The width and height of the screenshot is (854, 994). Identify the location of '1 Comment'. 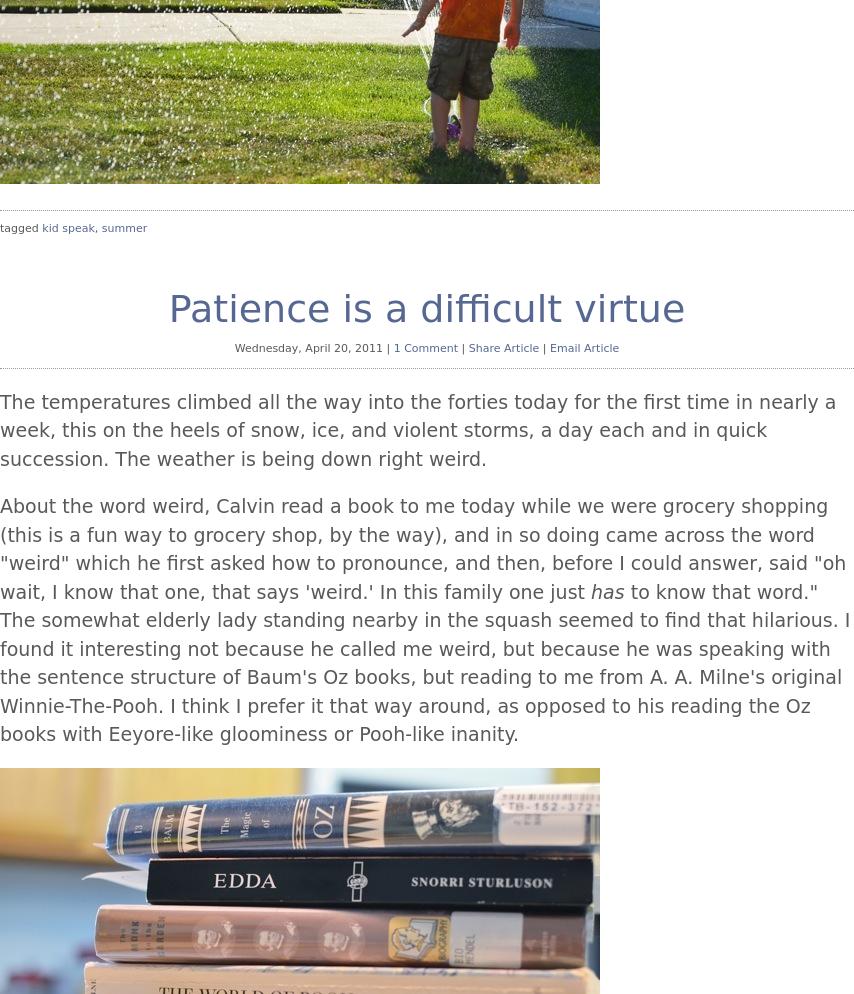
(425, 347).